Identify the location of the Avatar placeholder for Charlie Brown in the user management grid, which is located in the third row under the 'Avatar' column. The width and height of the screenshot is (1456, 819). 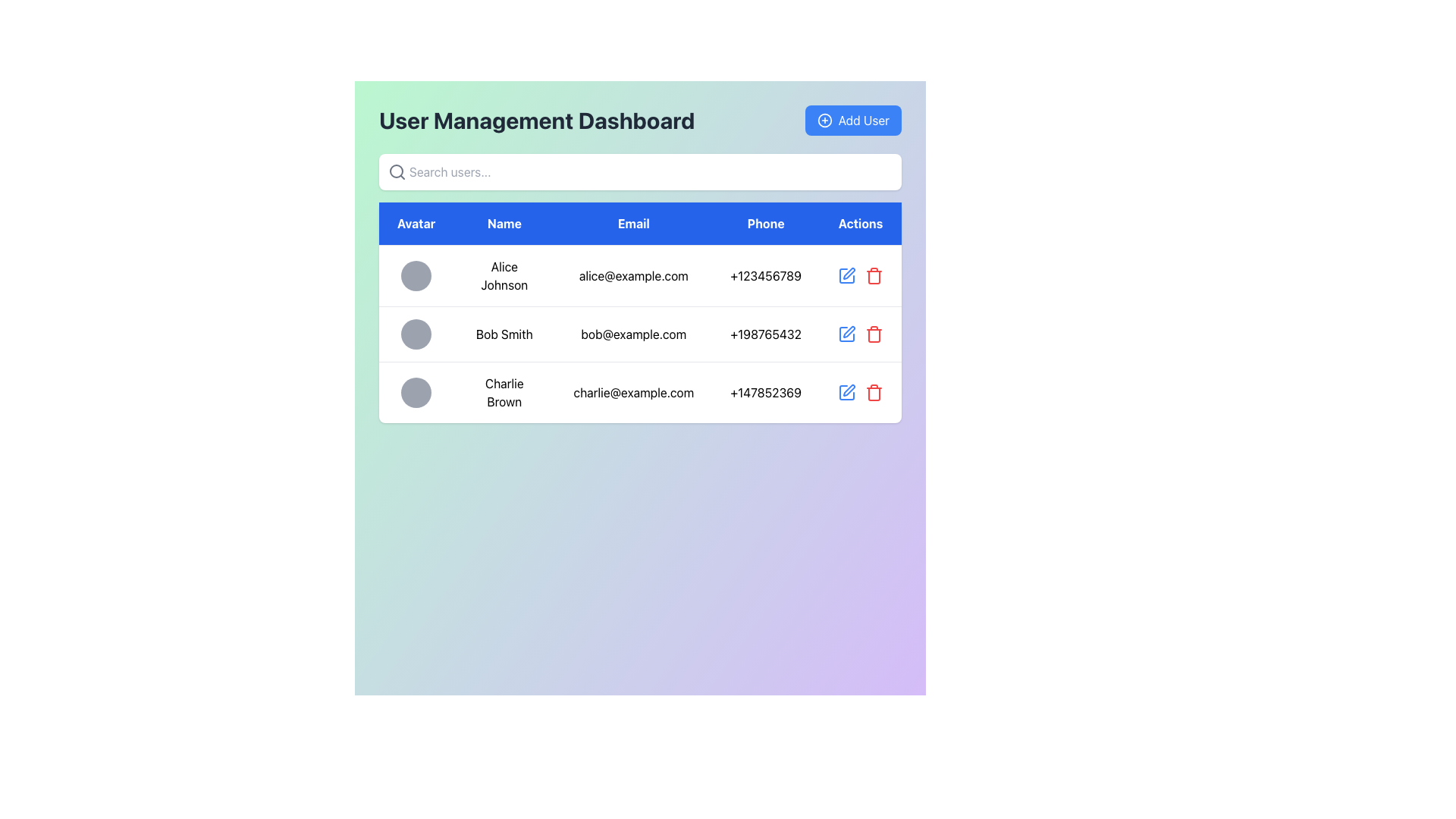
(416, 391).